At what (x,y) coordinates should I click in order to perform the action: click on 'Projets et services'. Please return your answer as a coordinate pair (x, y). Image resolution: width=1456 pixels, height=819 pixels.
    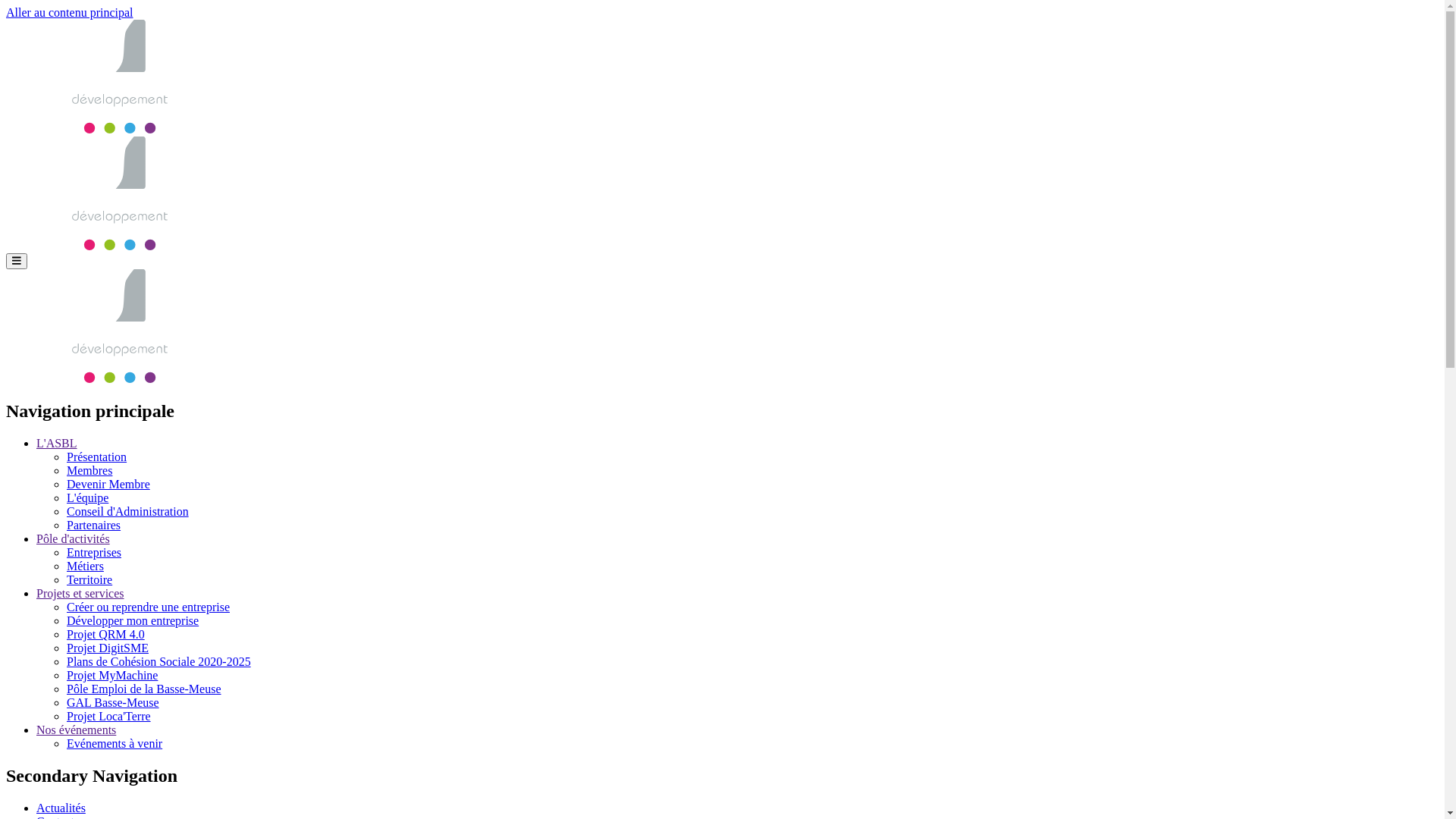
    Looking at the image, I should click on (79, 592).